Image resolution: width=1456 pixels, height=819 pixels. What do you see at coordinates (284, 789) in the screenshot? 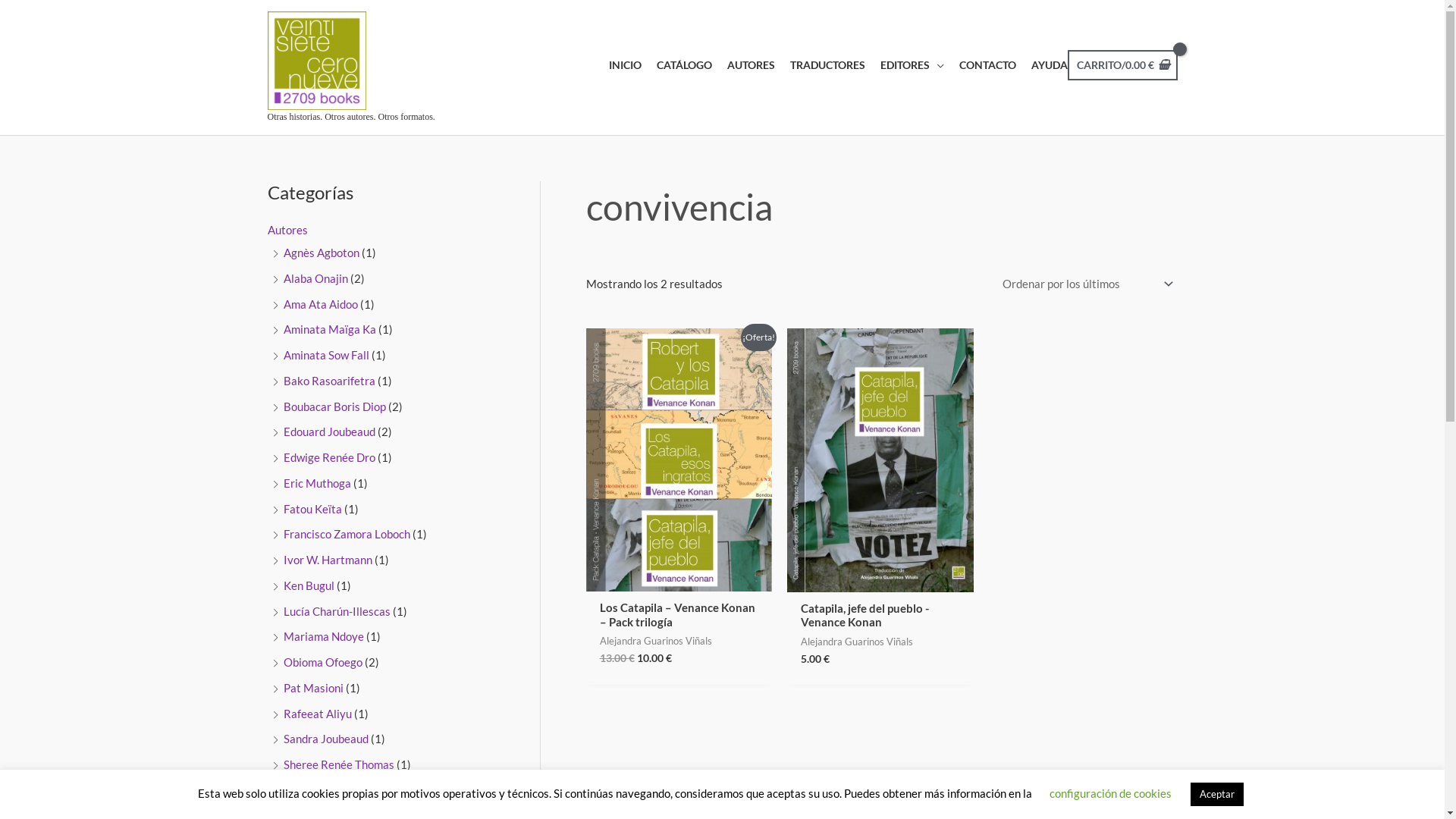
I see `'Sleeping Pop'` at bounding box center [284, 789].